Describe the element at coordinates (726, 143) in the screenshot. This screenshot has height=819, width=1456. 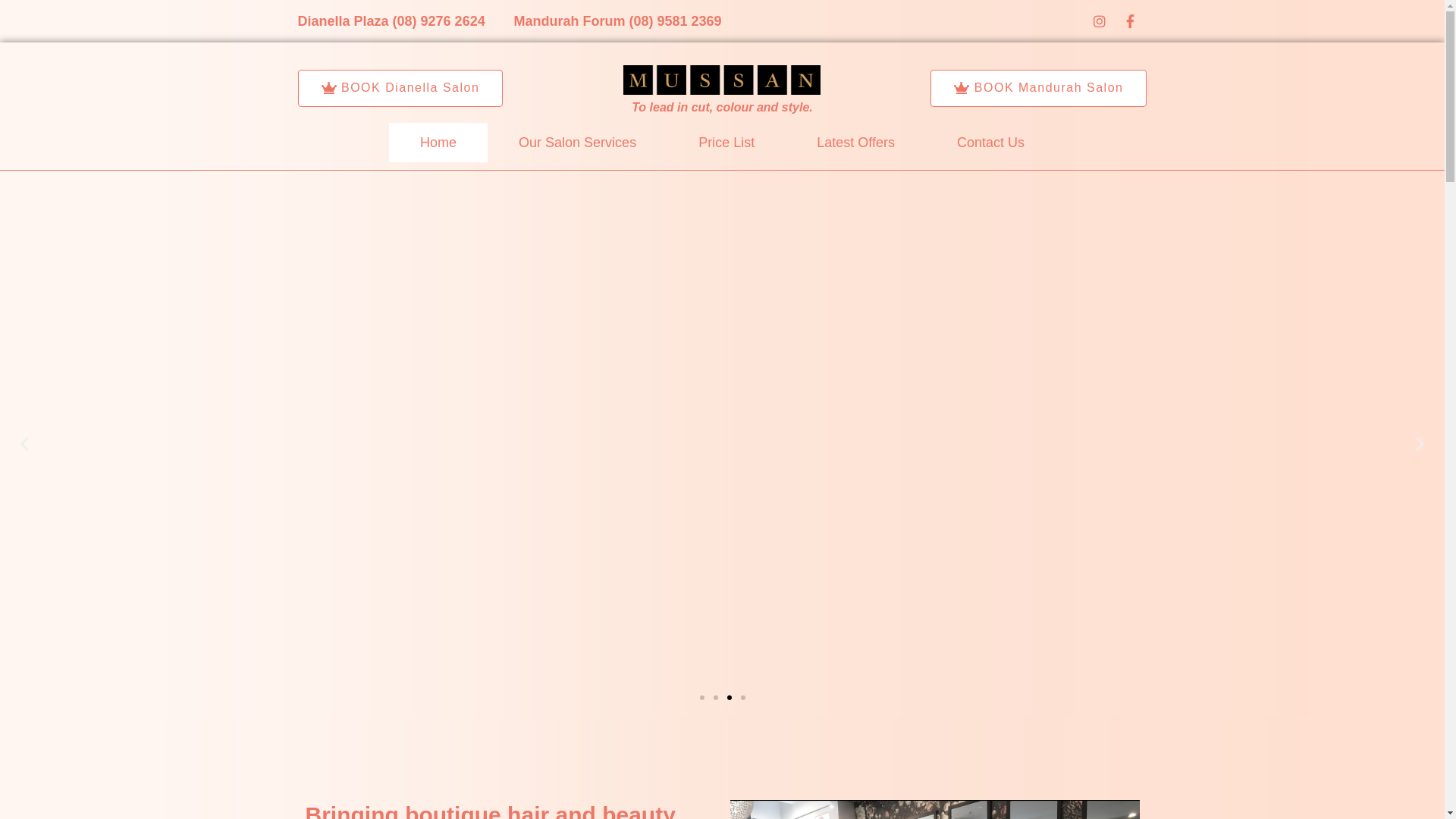
I see `'Price List'` at that location.